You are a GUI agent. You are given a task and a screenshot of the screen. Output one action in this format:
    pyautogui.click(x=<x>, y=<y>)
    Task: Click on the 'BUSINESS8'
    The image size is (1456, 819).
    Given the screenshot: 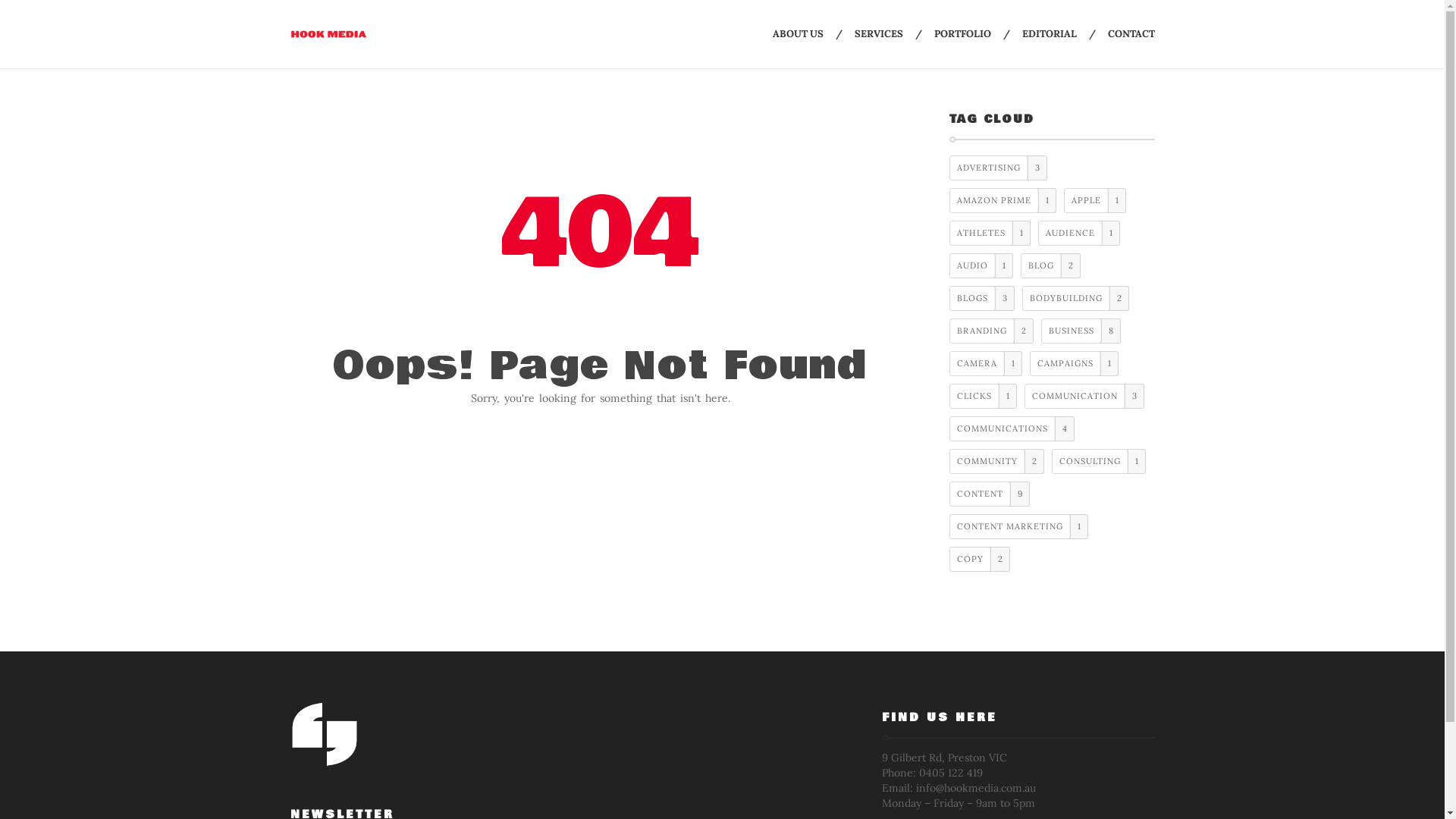 What is the action you would take?
    pyautogui.click(x=1080, y=330)
    